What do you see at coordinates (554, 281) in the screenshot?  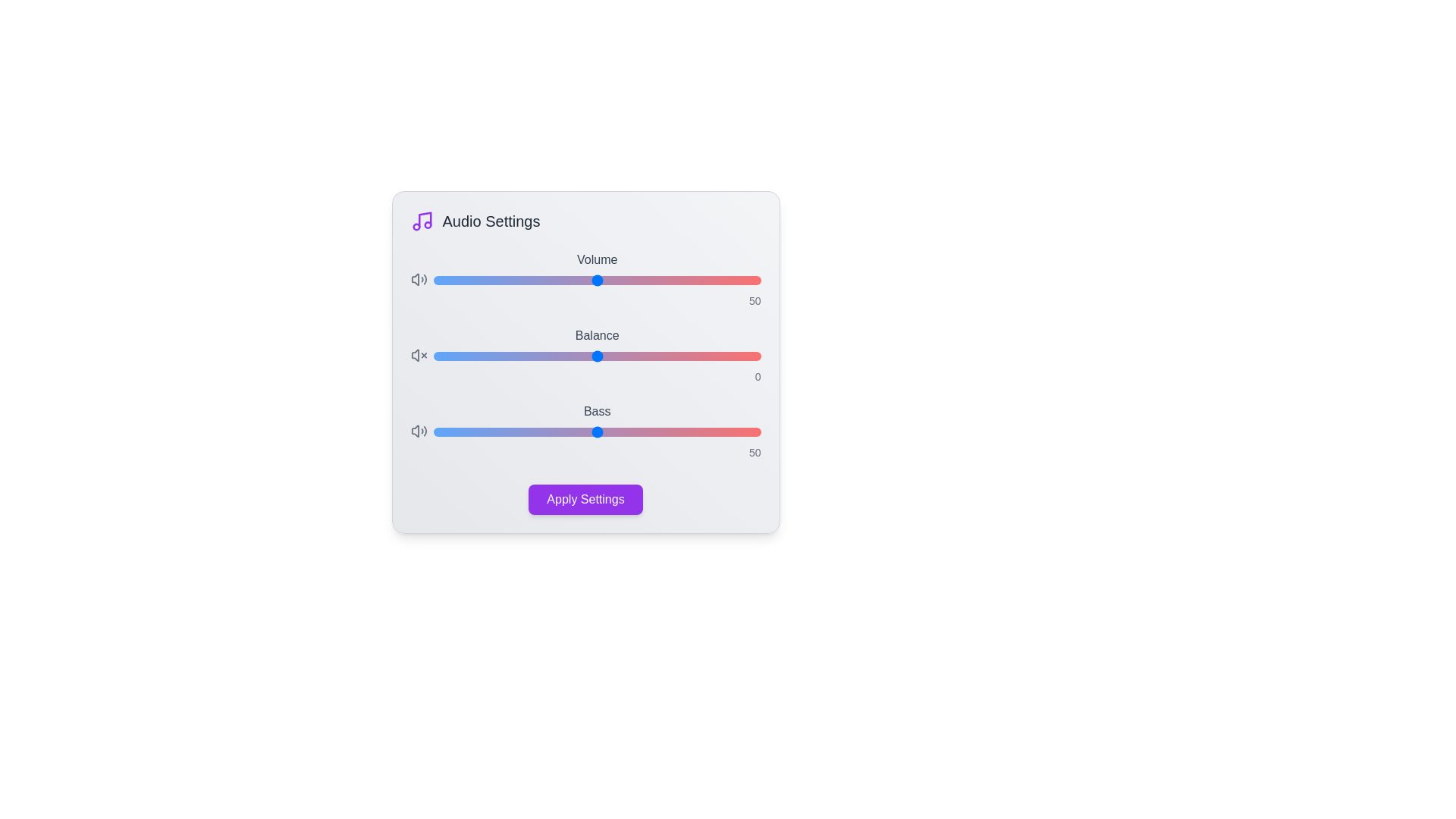 I see `the 'Volume' slider to set the volume level to 37` at bounding box center [554, 281].